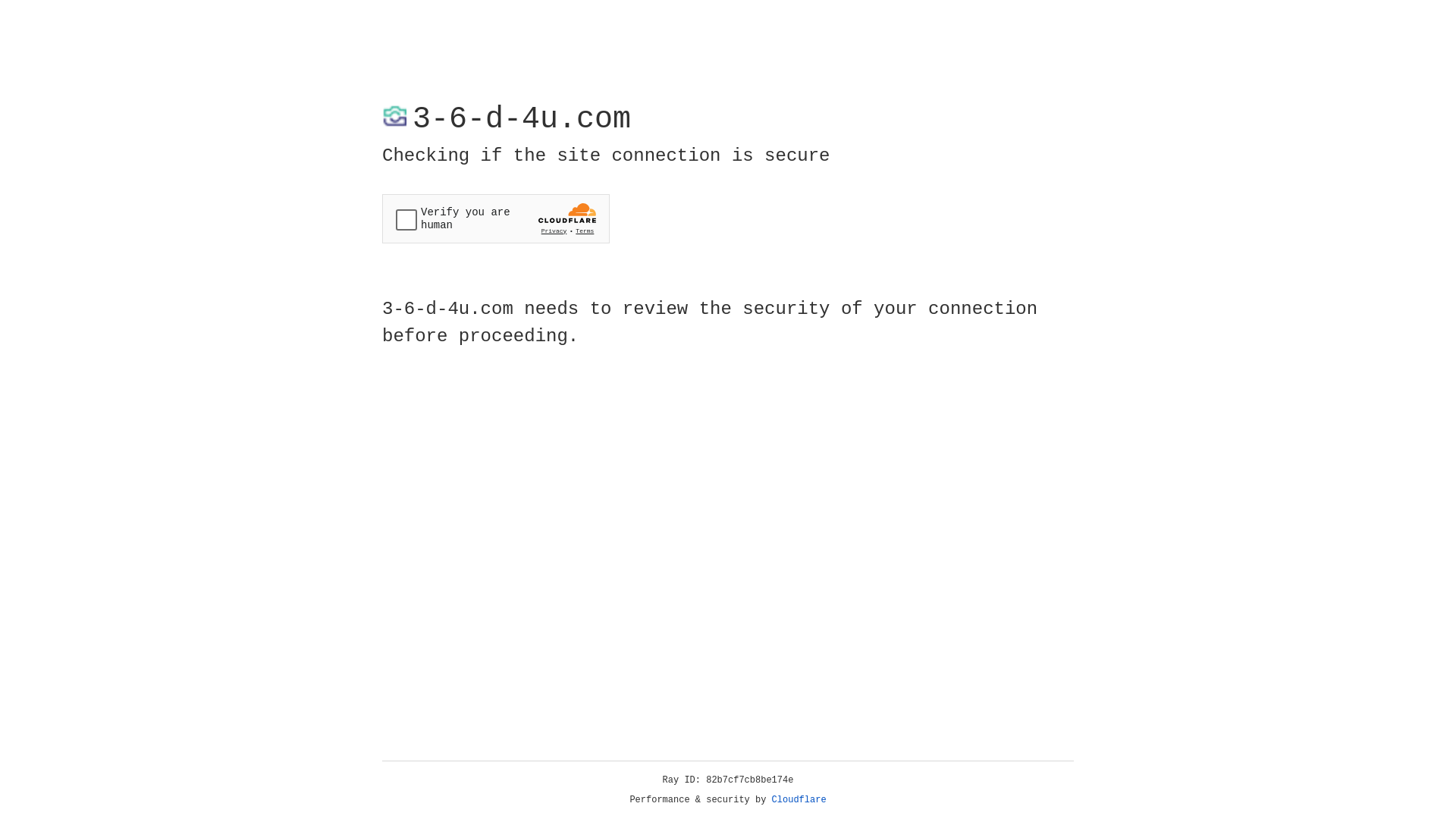 The height and width of the screenshot is (819, 1456). What do you see at coordinates (495, 218) in the screenshot?
I see `'Widget containing a Cloudflare security challenge'` at bounding box center [495, 218].